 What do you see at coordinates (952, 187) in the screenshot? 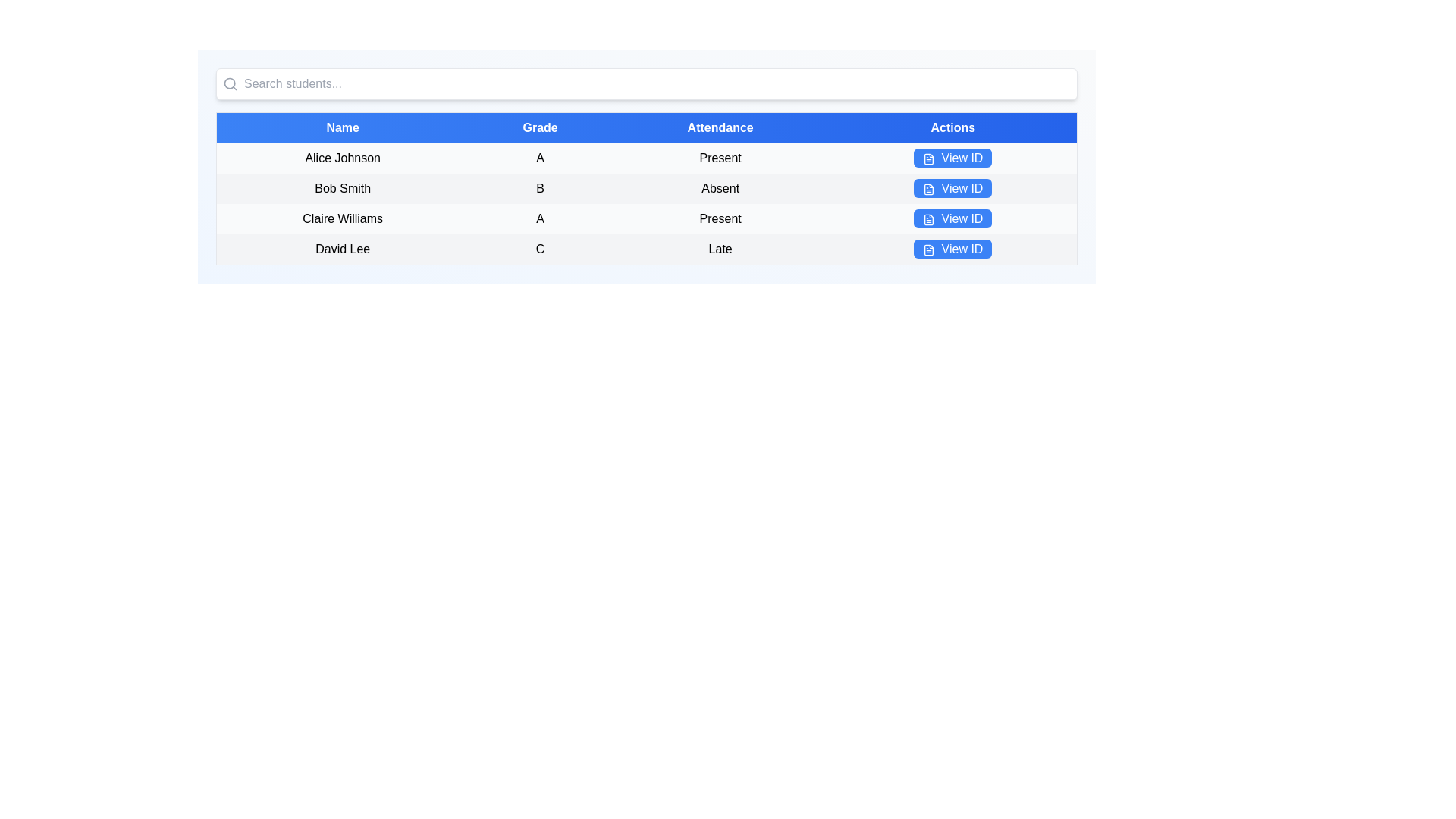
I see `the button in the fourth column under the 'Actions' header in the second row` at bounding box center [952, 187].